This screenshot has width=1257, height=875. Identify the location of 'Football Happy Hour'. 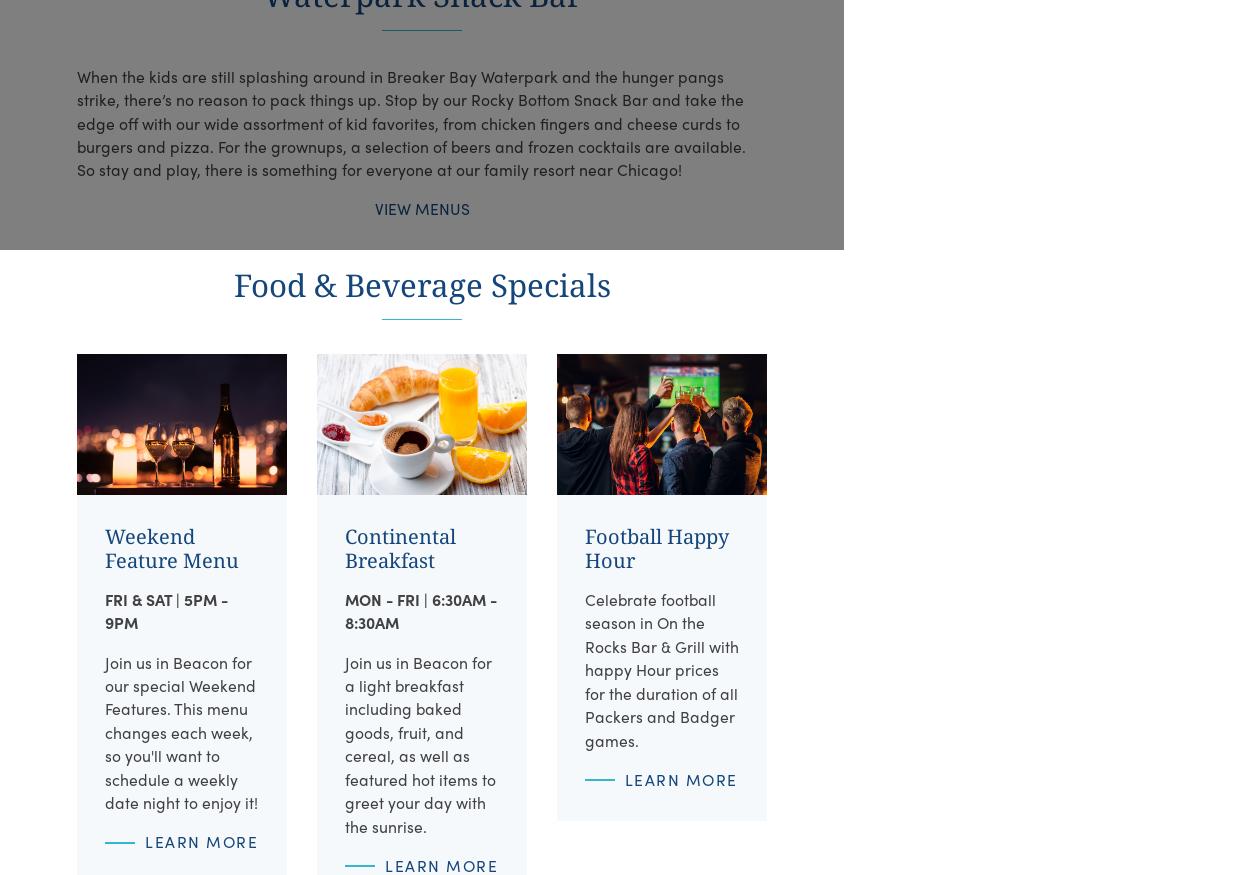
(655, 547).